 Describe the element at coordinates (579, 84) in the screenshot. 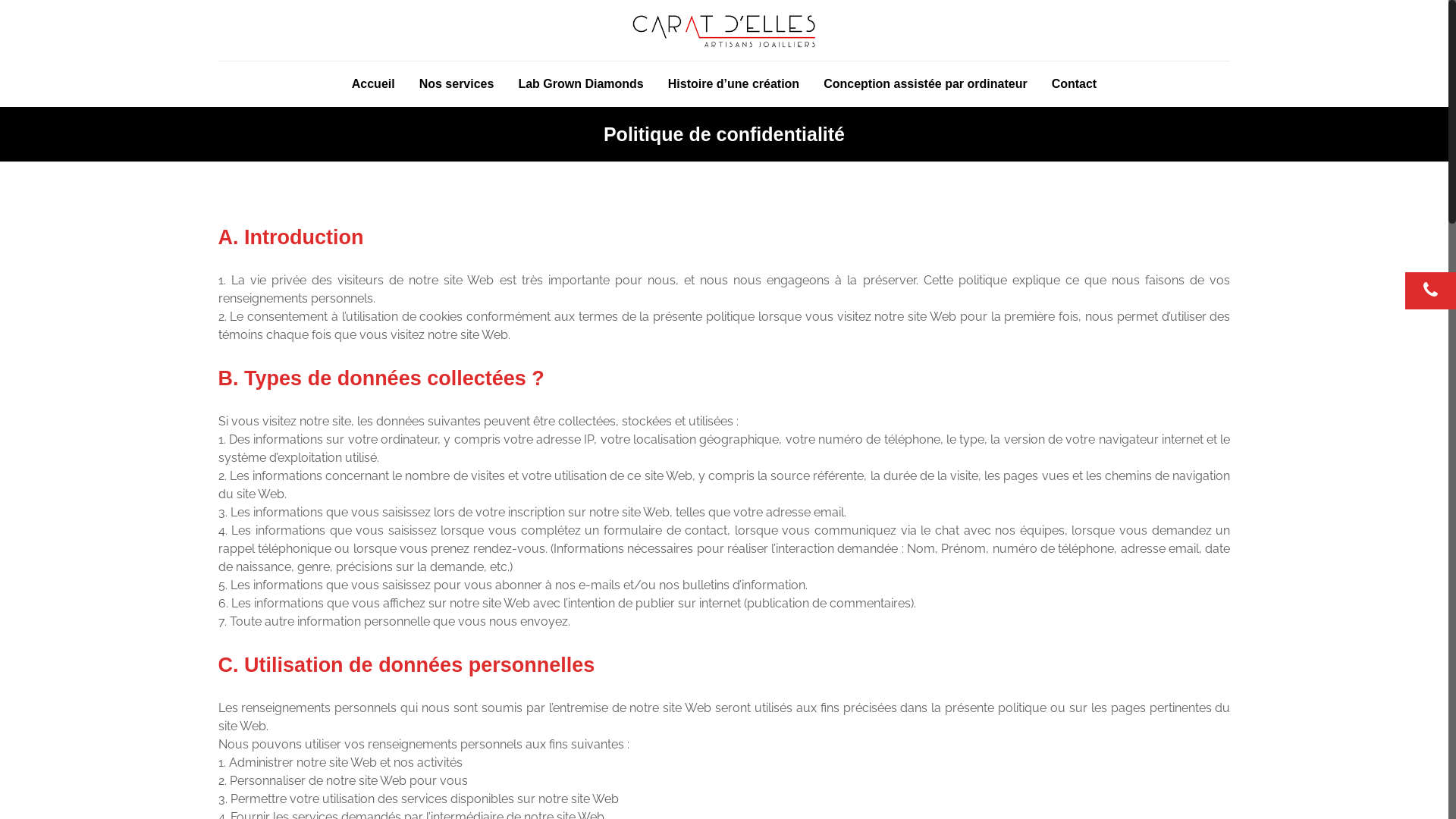

I see `'Lab Grown Diamonds'` at that location.